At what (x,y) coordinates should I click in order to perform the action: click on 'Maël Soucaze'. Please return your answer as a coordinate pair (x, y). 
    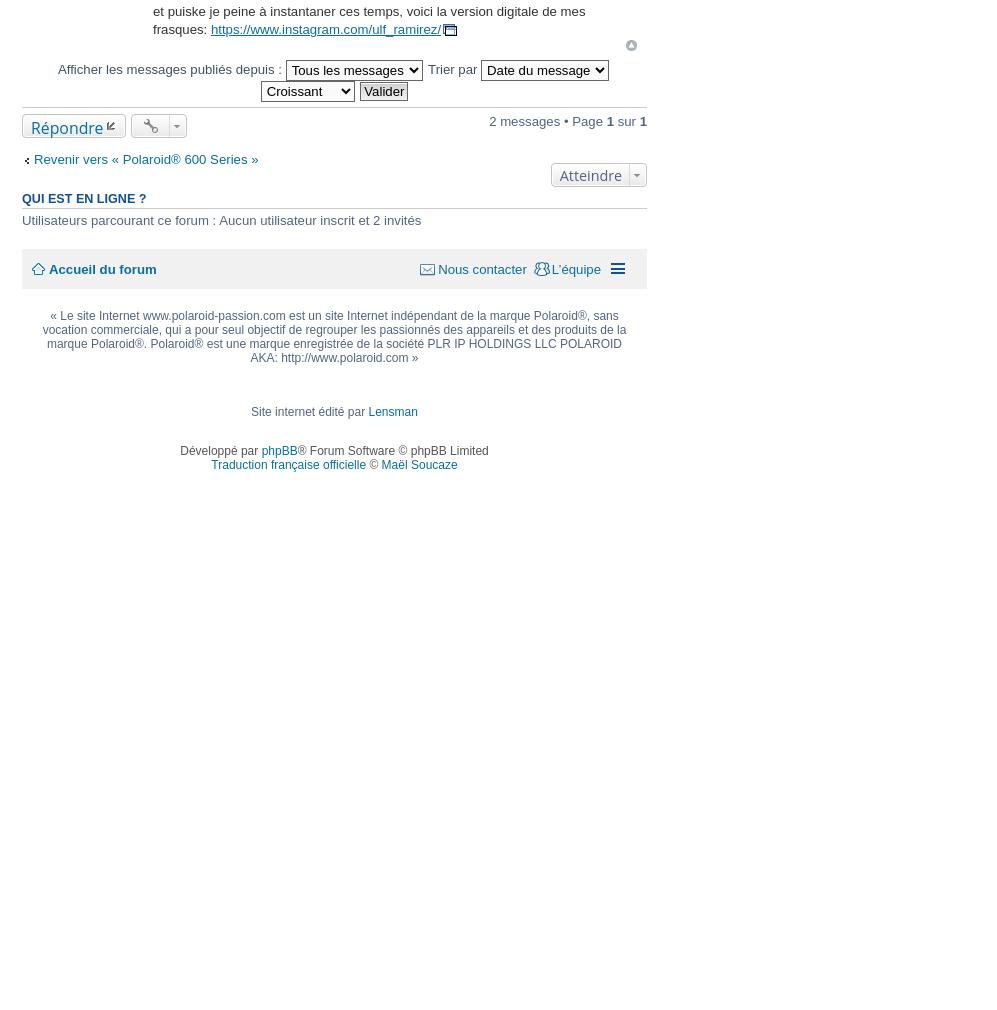
    Looking at the image, I should click on (418, 463).